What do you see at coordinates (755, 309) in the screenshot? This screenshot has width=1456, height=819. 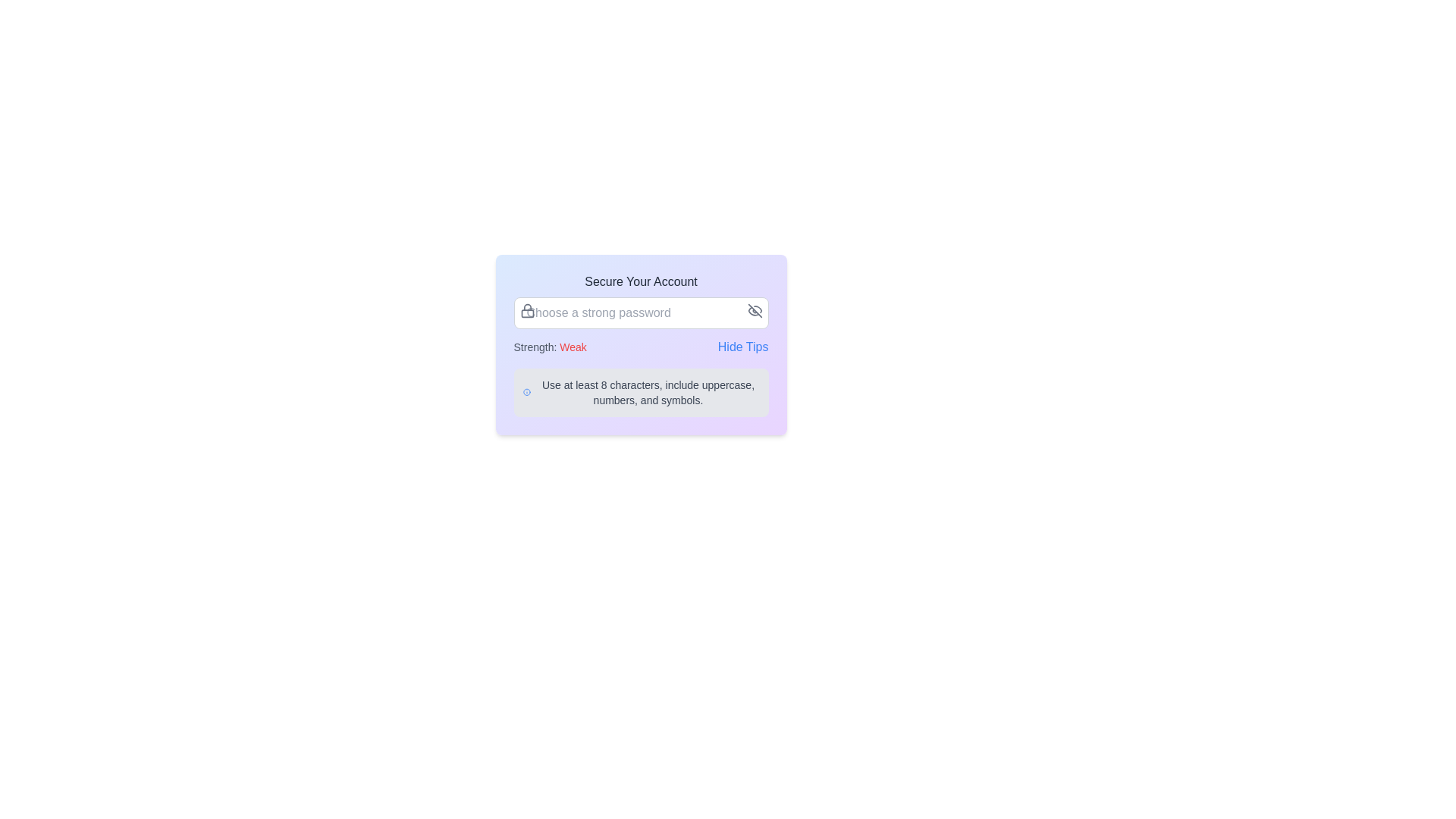 I see `the visibility toggle button located in the top-right corner of the password input box` at bounding box center [755, 309].